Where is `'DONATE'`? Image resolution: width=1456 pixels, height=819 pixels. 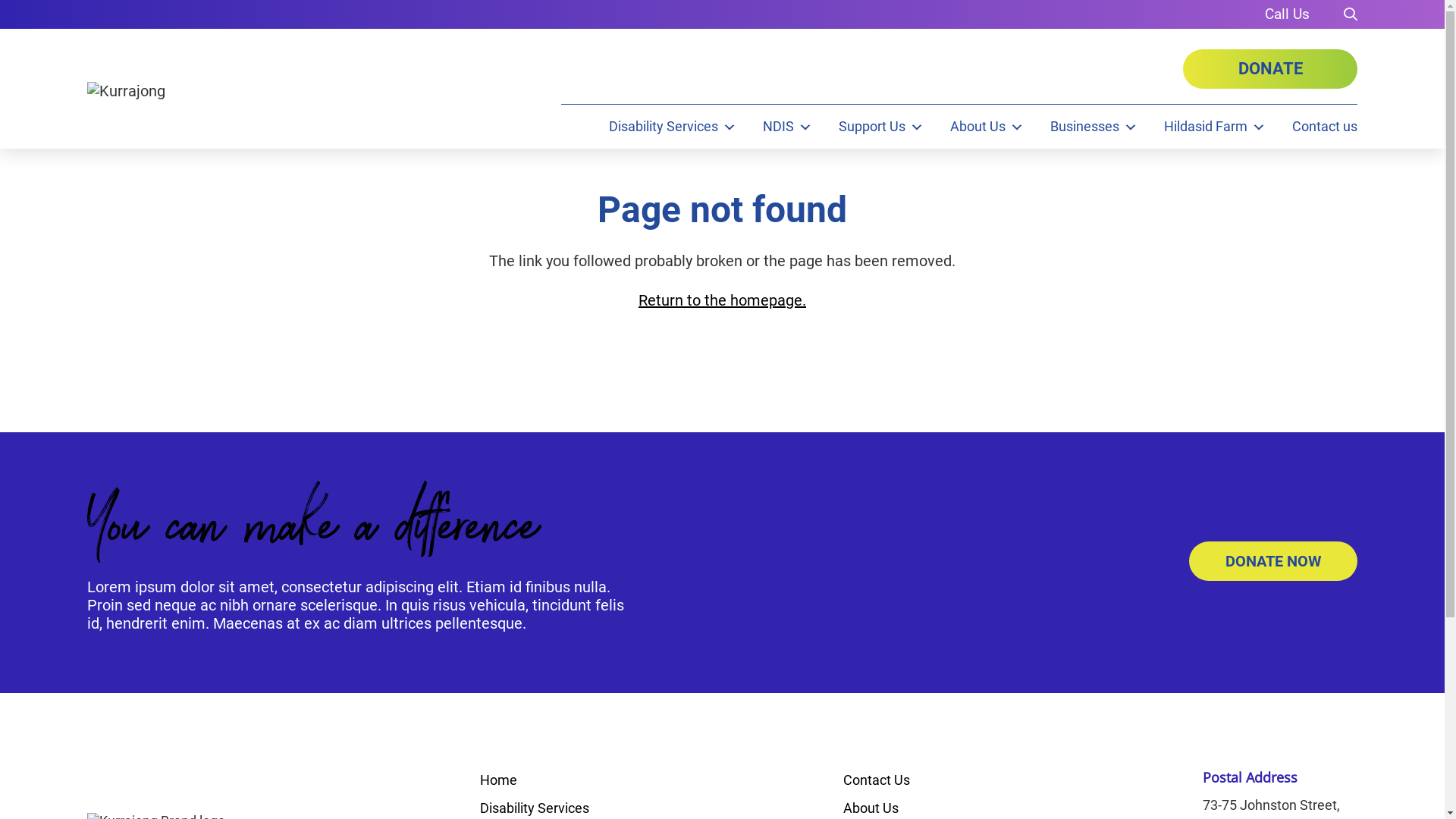 'DONATE' is located at coordinates (1270, 69).